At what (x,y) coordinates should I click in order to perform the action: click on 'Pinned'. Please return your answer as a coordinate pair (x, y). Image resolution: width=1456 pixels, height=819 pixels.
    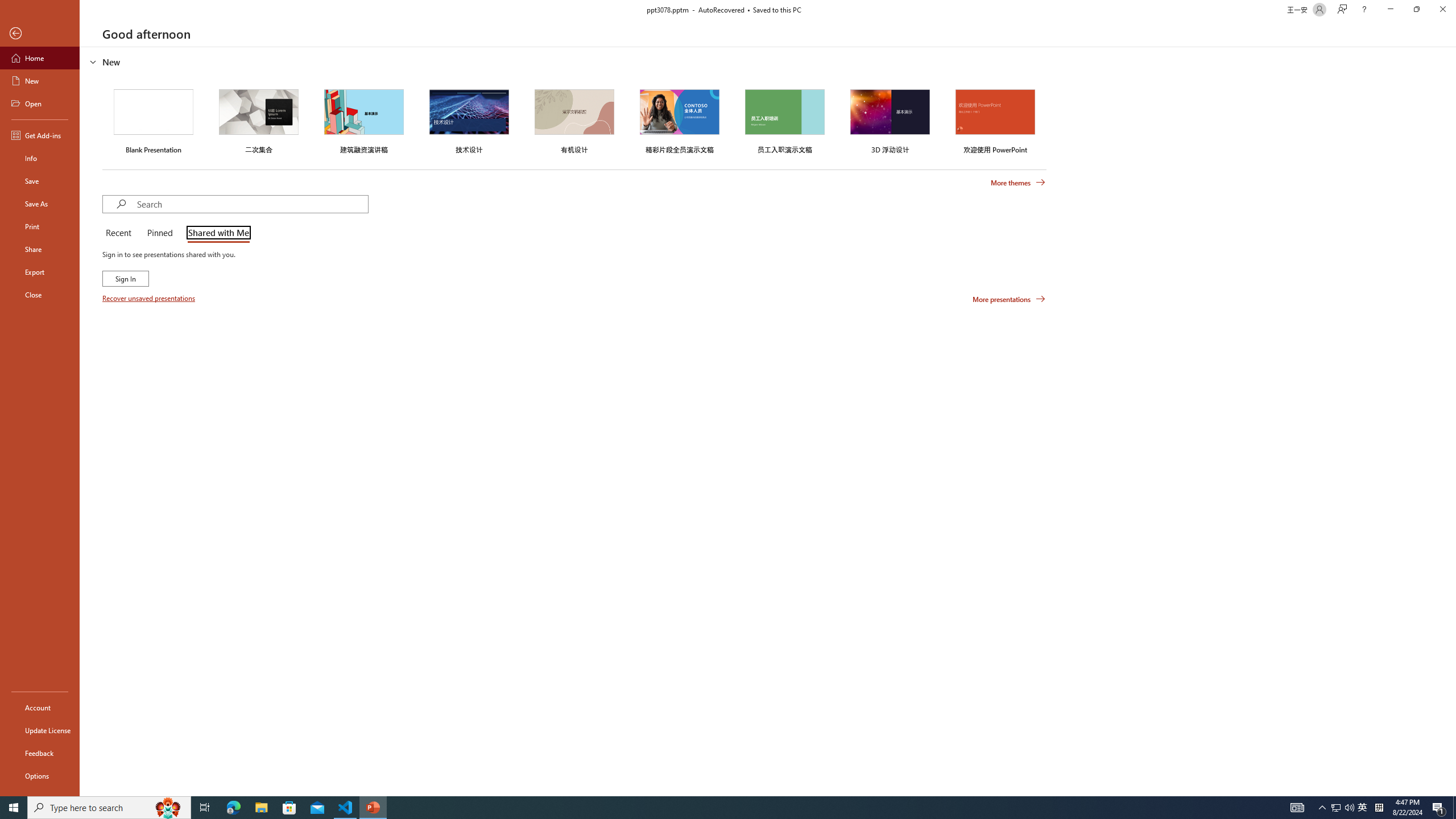
    Looking at the image, I should click on (159, 233).